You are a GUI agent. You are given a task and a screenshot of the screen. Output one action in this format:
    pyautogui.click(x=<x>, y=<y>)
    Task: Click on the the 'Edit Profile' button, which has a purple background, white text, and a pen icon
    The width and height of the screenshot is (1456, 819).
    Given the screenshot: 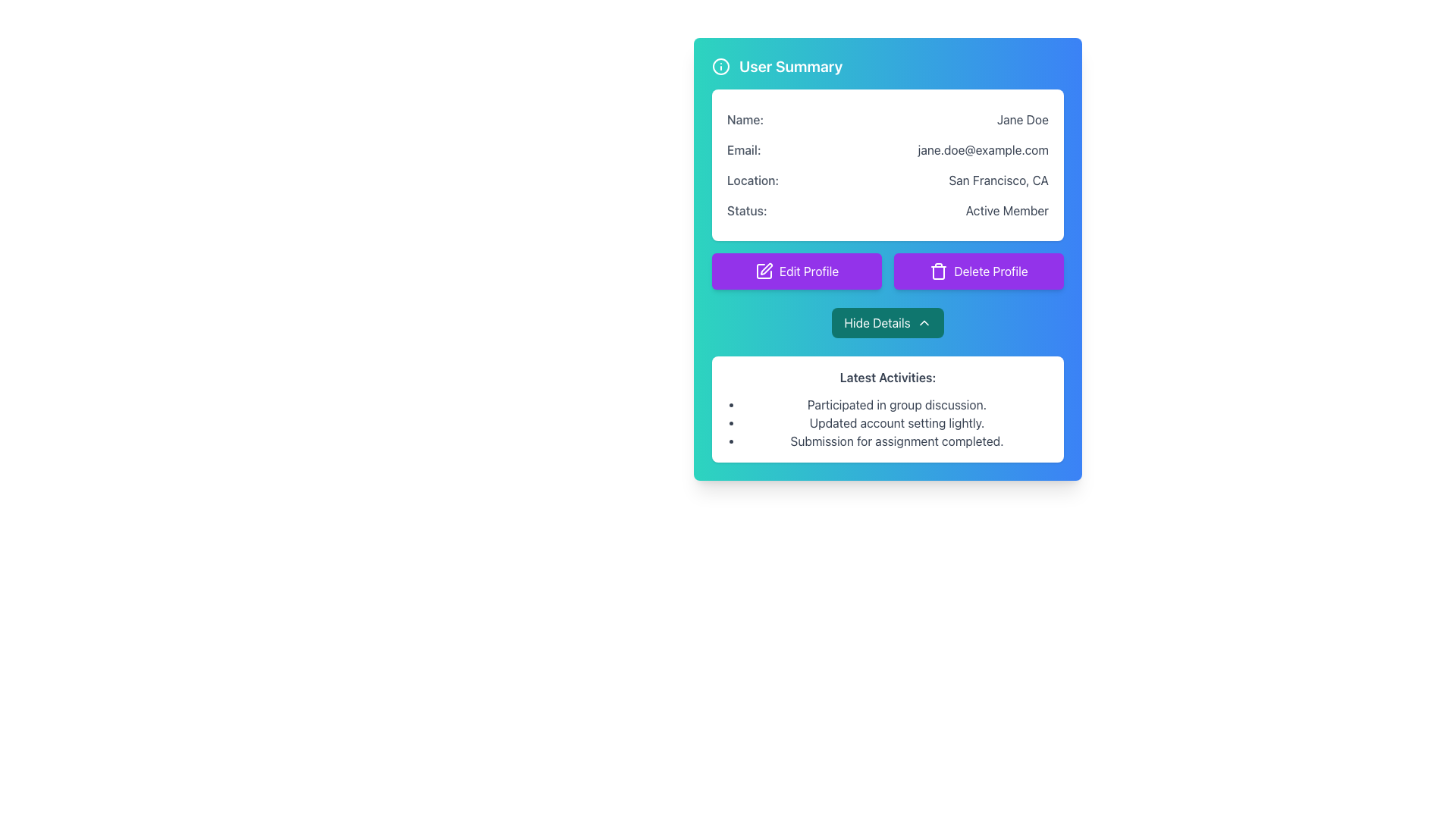 What is the action you would take?
    pyautogui.click(x=796, y=271)
    